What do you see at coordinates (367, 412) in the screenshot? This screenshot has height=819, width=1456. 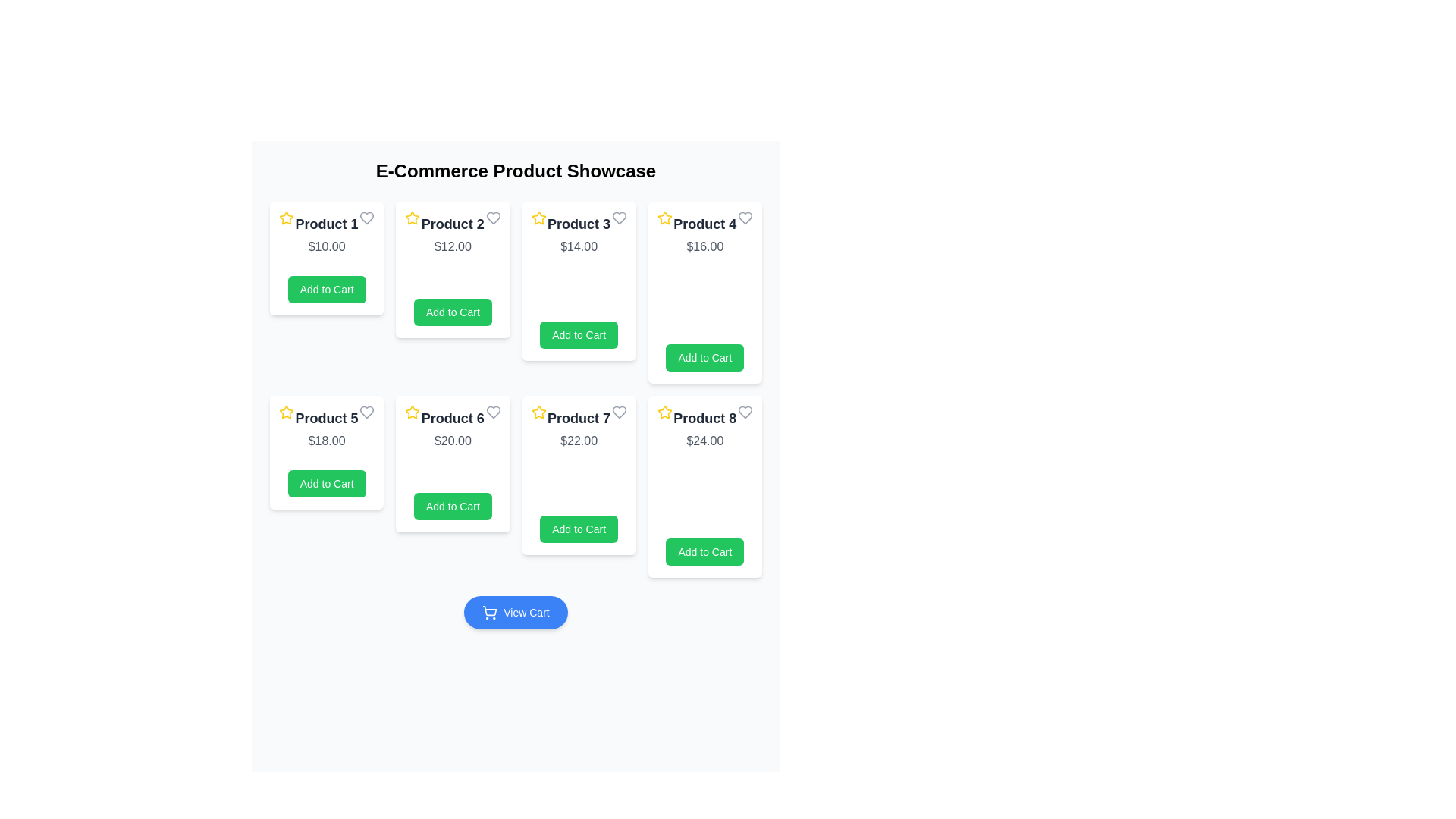 I see `the heart-shaped toggle button for 'Product 5'` at bounding box center [367, 412].